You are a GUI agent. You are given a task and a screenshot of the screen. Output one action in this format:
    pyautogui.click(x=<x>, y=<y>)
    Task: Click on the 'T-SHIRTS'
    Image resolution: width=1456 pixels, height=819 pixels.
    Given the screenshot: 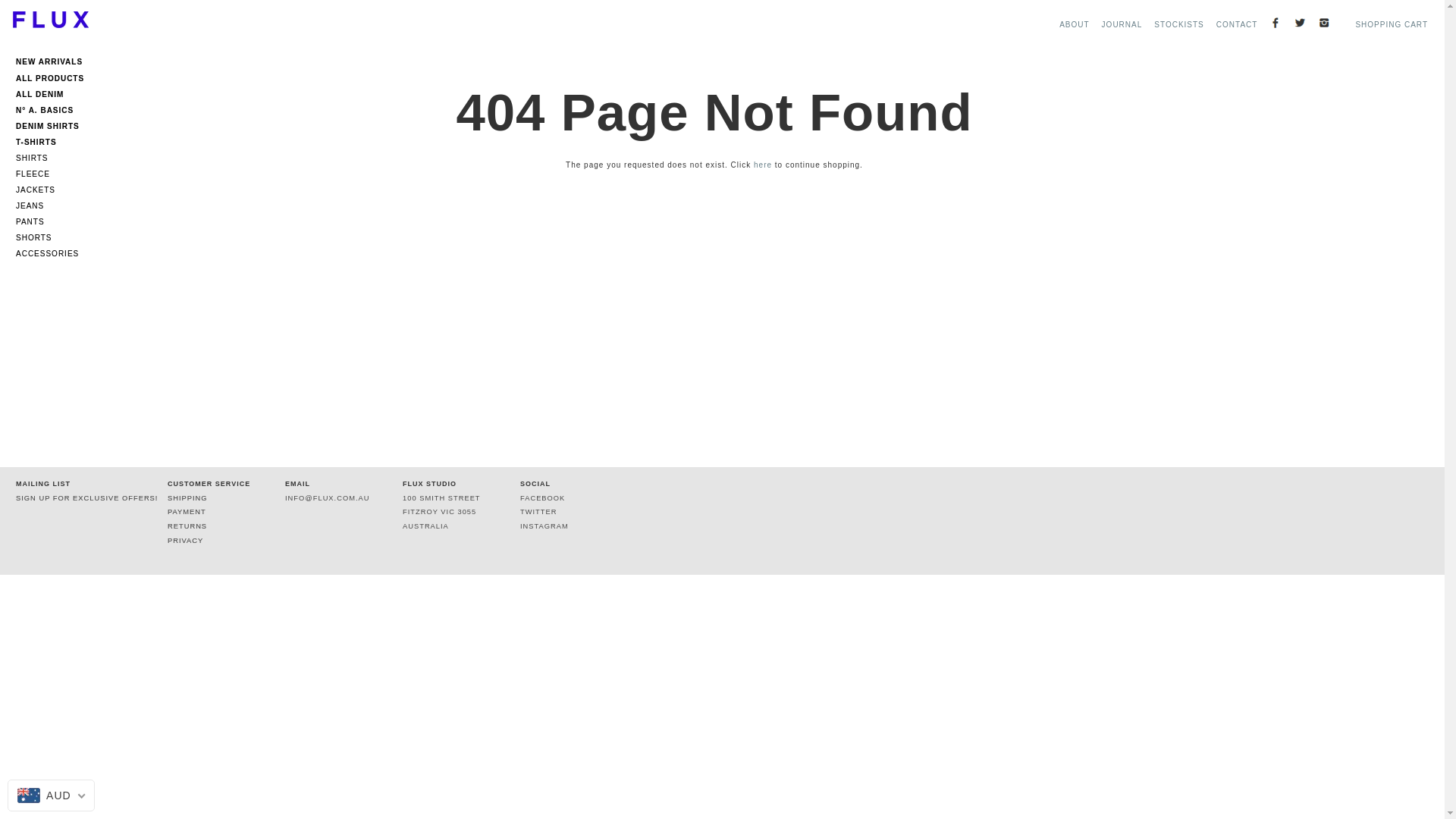 What is the action you would take?
    pyautogui.click(x=54, y=140)
    